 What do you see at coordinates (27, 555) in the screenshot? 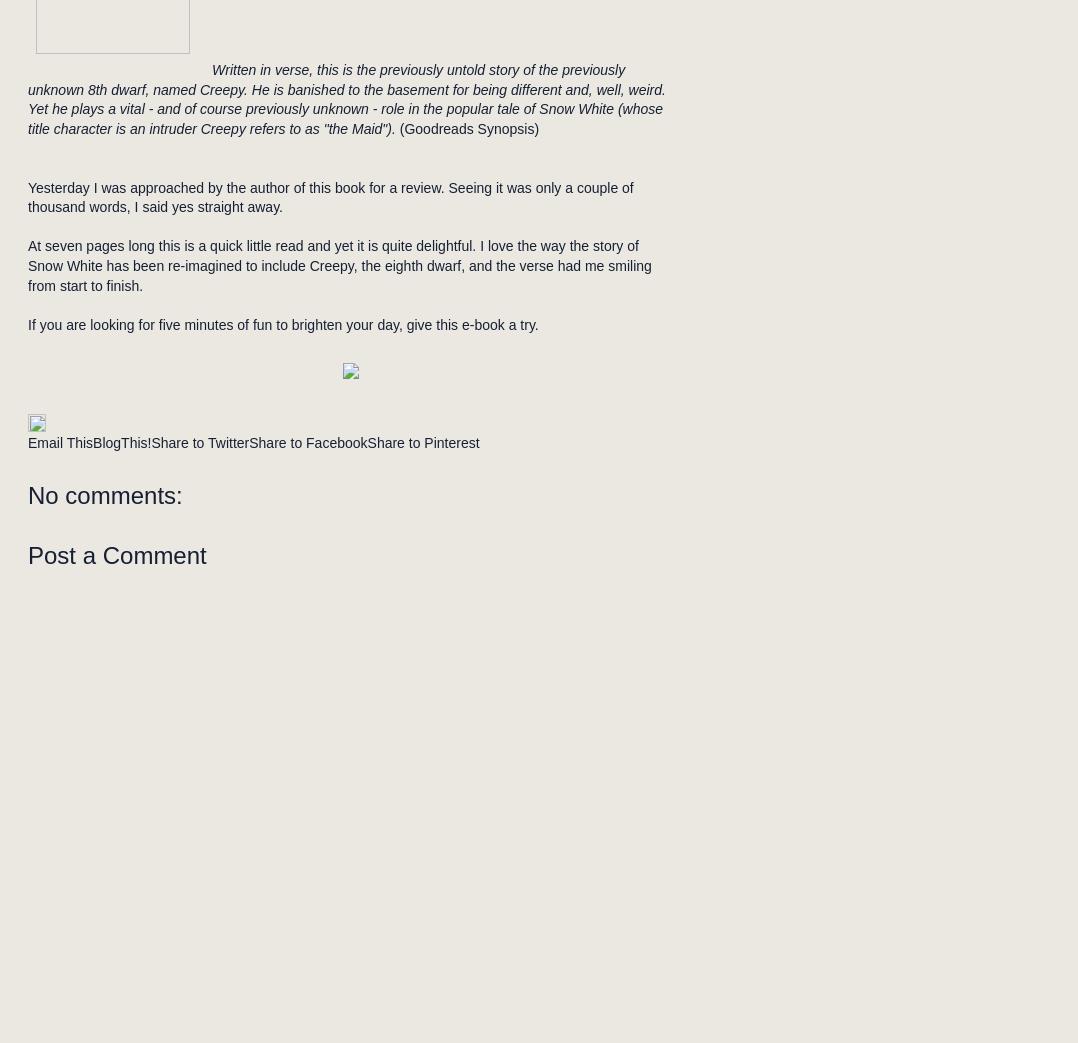
I see `'Post a Comment'` at bounding box center [27, 555].